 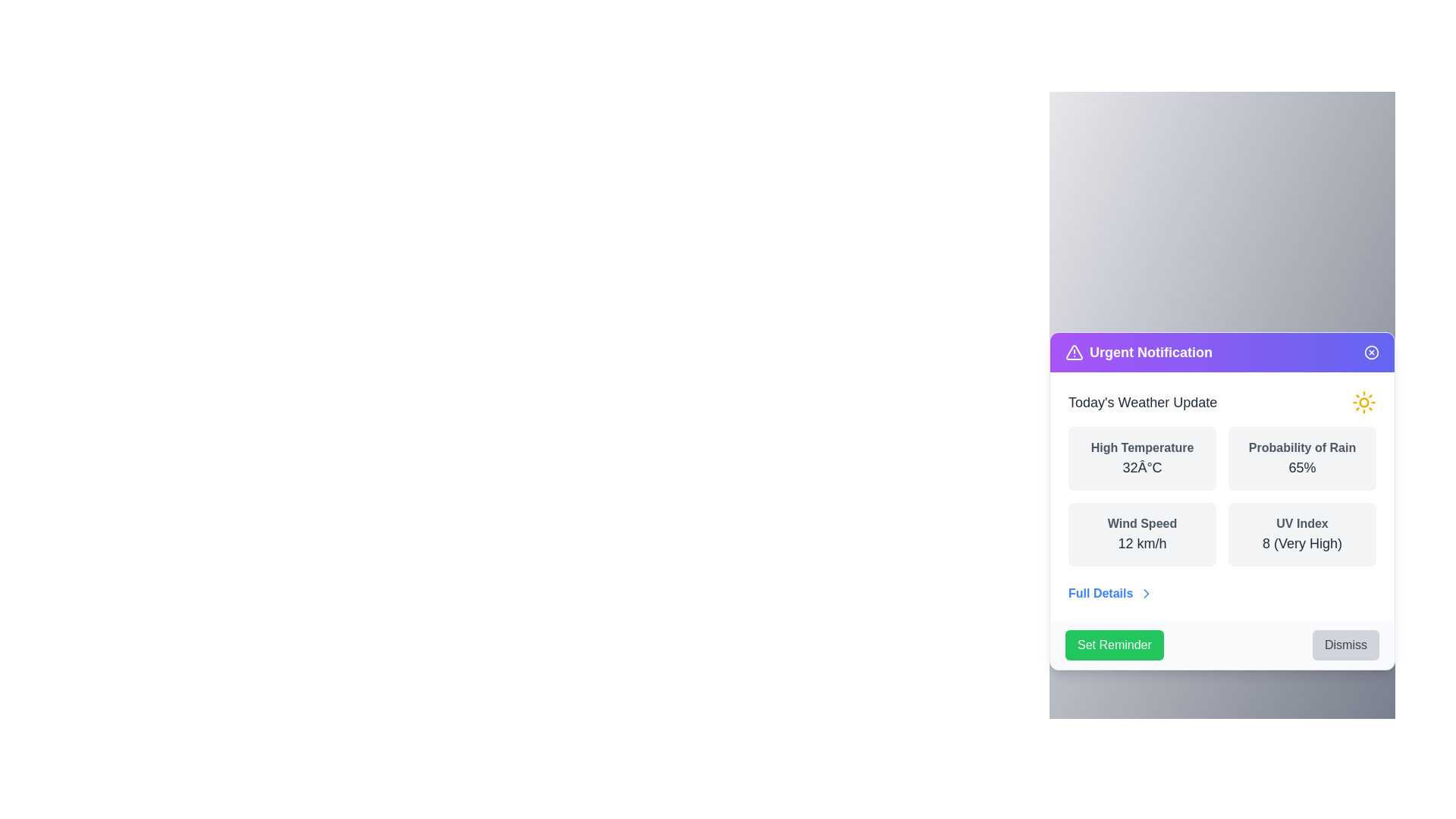 I want to click on information displayed on the 'UV Index' information card, which is the fourth card in a 2x2 grid layout, featuring 'UV Index' in bold gray font and '8 (Very High)' in a larger, darker font, so click(x=1301, y=534).